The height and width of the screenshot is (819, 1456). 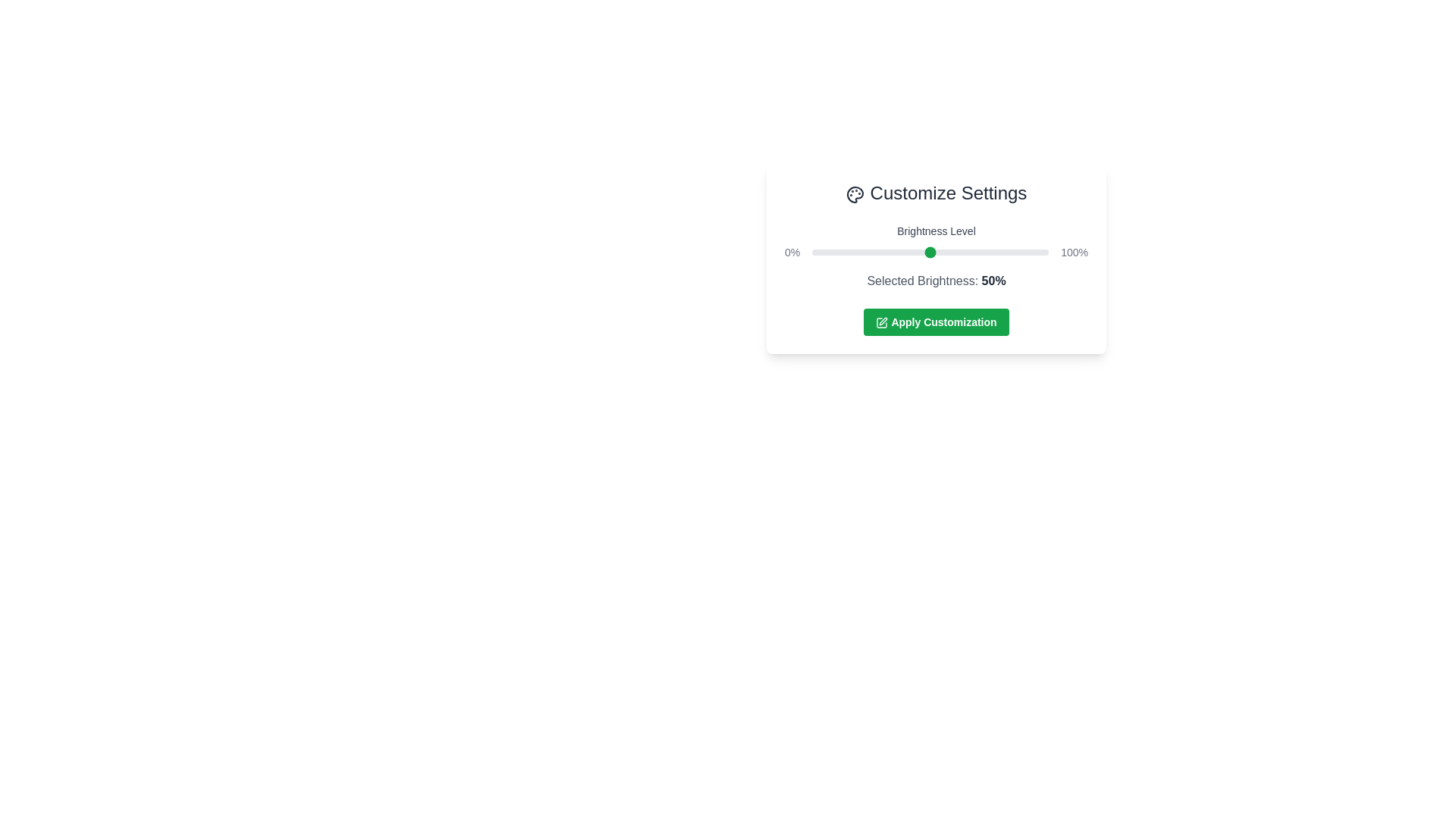 What do you see at coordinates (993, 281) in the screenshot?
I see `the '50%' text label that indicates the currently selected brightness level, which is positioned to the right of the label 'Selected Brightness:' and displayed in bold, dark font` at bounding box center [993, 281].